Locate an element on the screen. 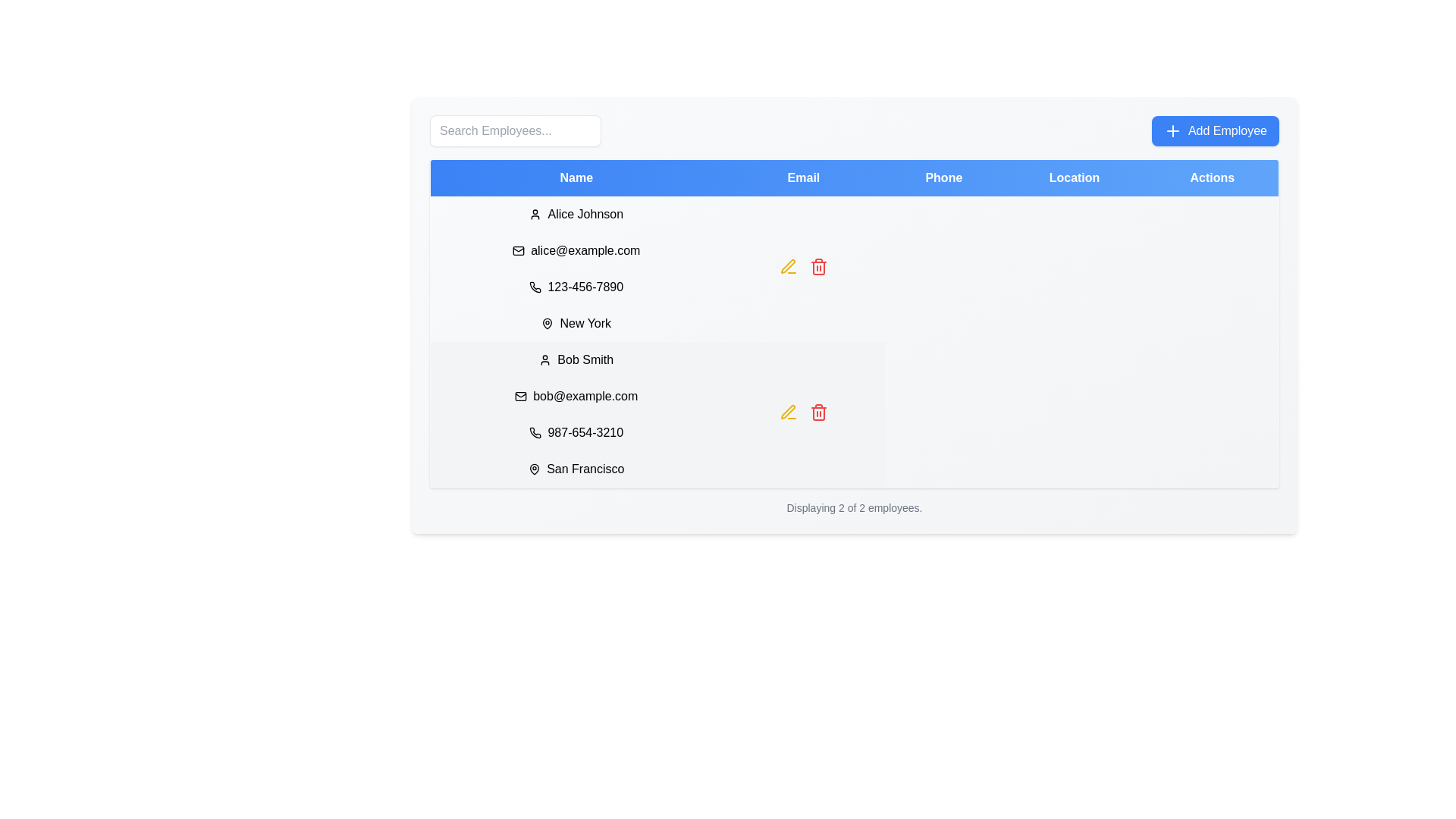 The width and height of the screenshot is (1456, 819). the text label displaying 'Bob Smith' which is located in the second row of the table under the 'Name' column, to the left of the email 'bob@example.com' is located at coordinates (576, 359).